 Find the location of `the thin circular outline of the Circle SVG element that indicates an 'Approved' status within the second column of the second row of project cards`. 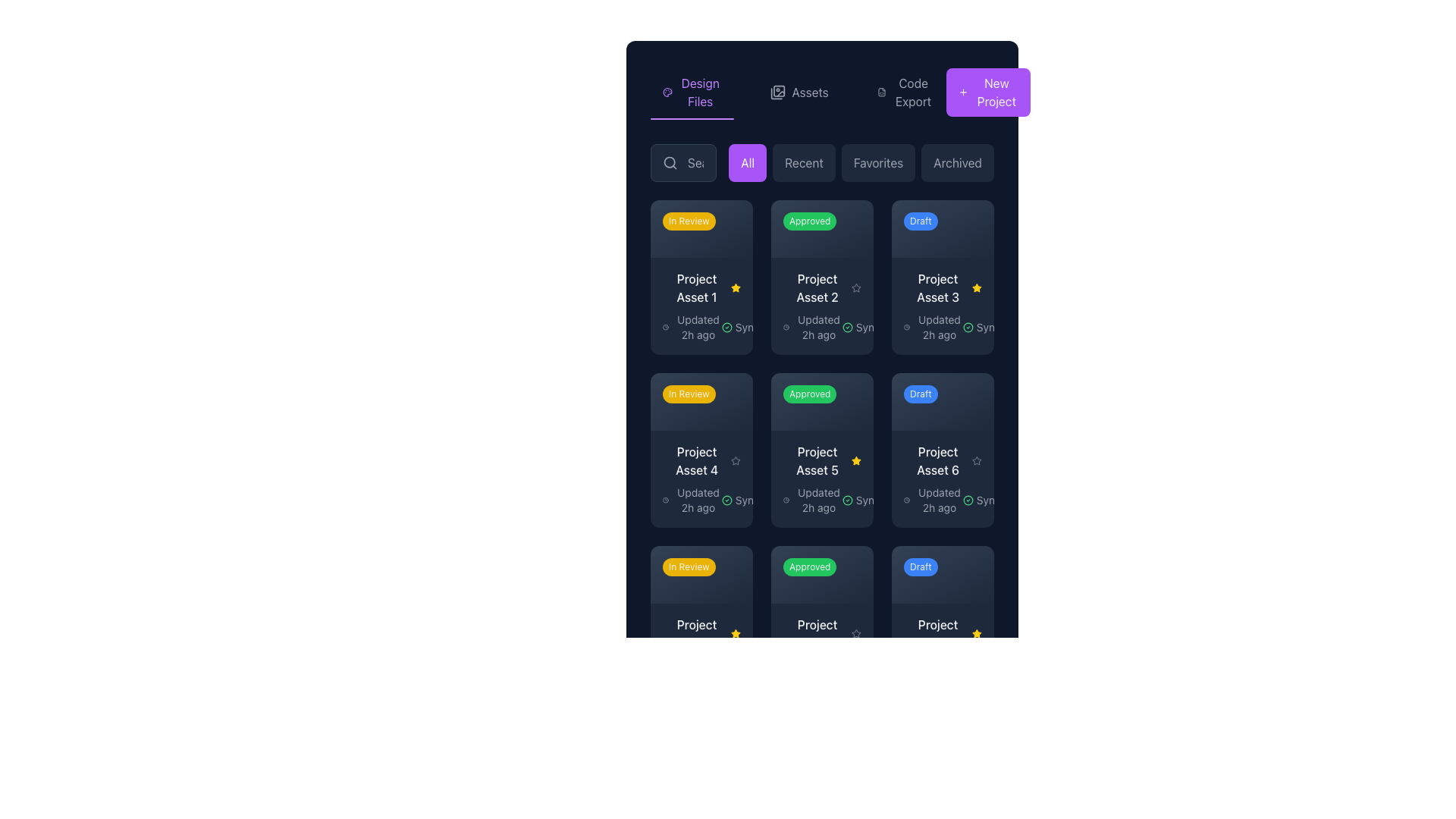

the thin circular outline of the Circle SVG element that indicates an 'Approved' status within the second column of the second row of project cards is located at coordinates (726, 500).